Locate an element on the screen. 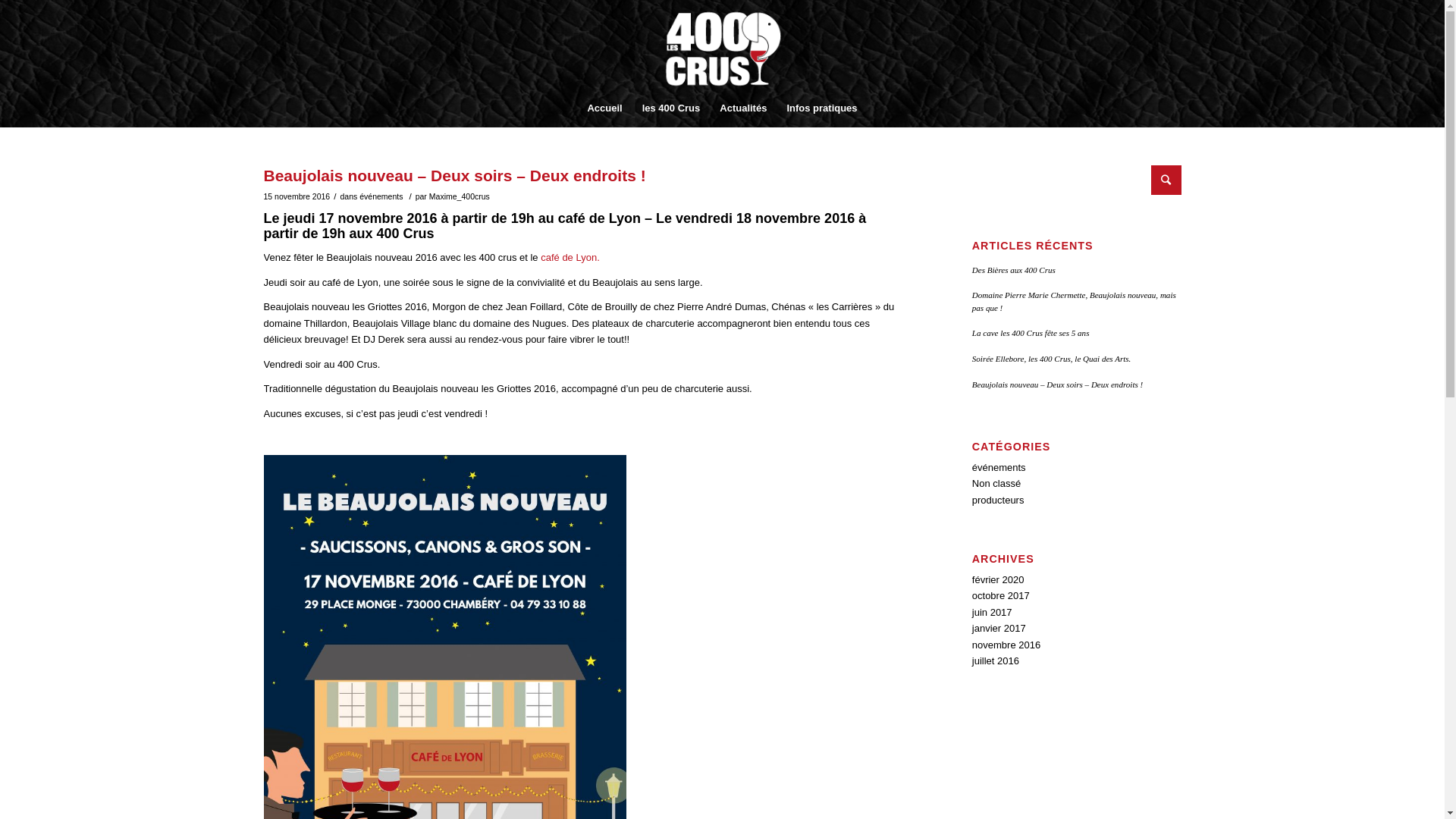 The width and height of the screenshot is (1456, 819). 'octobre 2017' is located at coordinates (1001, 595).